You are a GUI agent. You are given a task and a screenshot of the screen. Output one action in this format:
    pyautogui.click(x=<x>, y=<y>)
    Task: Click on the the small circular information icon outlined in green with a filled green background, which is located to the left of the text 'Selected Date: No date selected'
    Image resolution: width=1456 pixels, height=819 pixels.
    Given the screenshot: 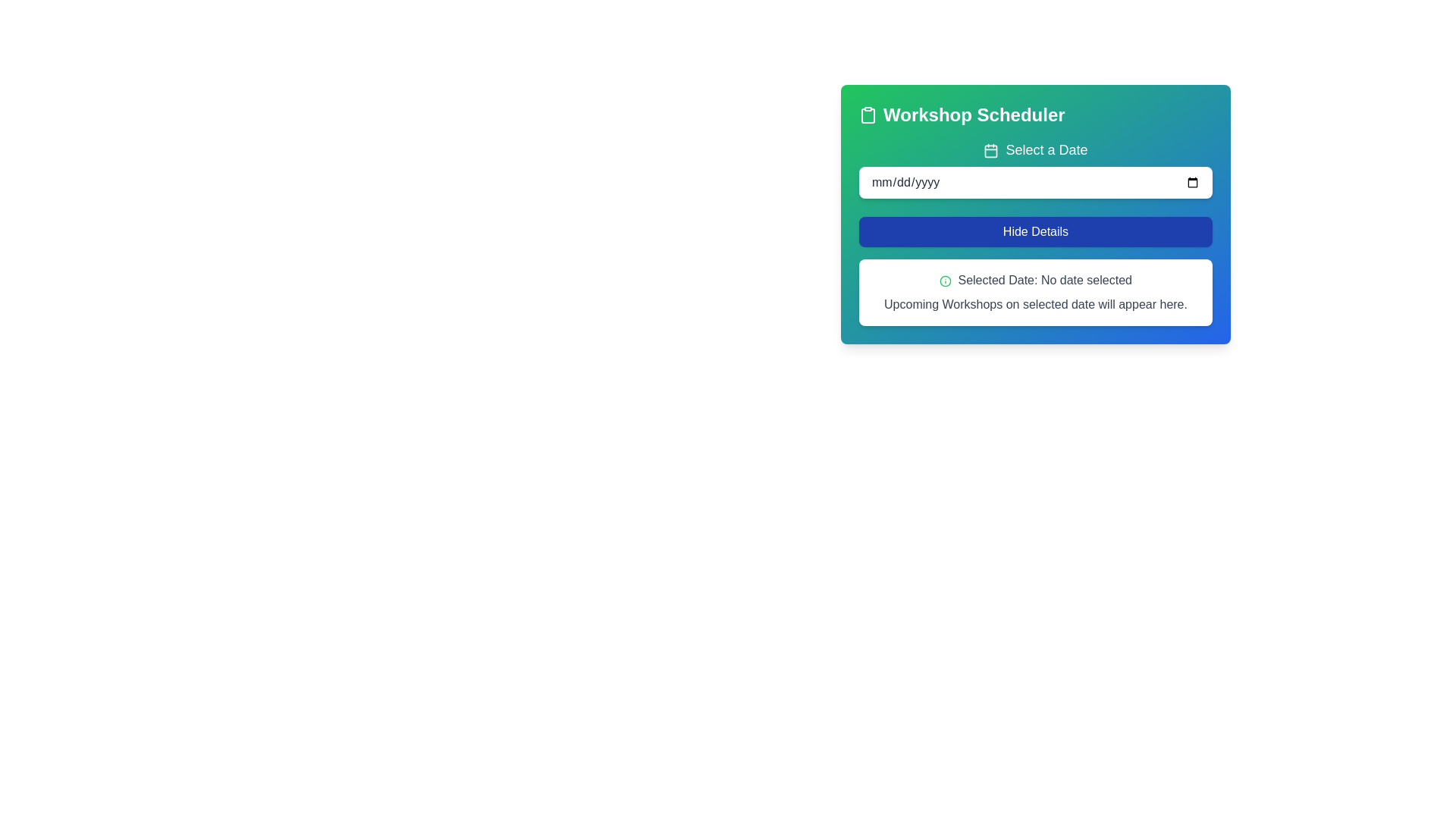 What is the action you would take?
    pyautogui.click(x=945, y=281)
    